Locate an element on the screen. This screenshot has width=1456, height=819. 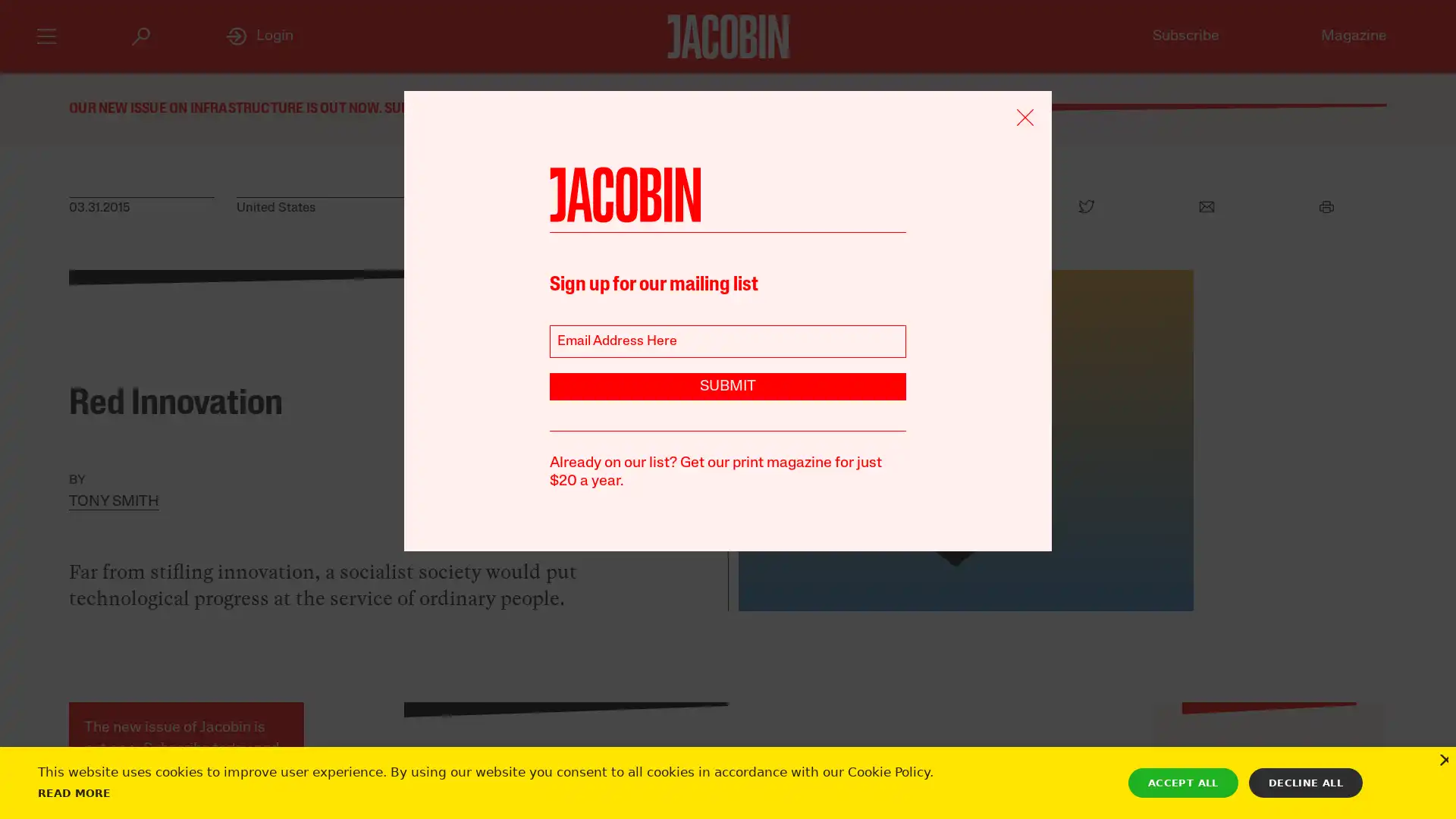
SUBMIT is located at coordinates (726, 385).